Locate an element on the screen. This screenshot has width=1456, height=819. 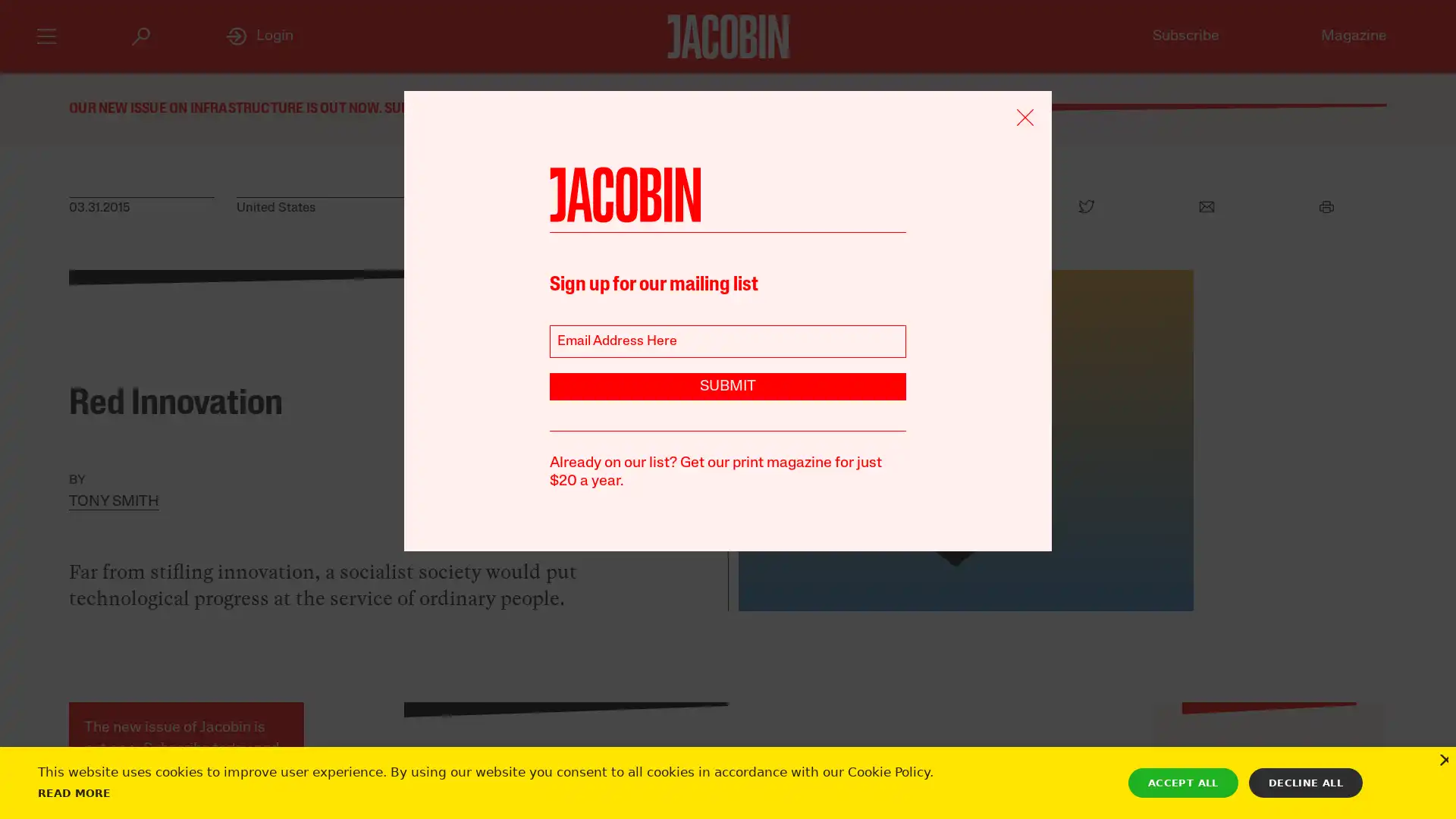
SUBMIT is located at coordinates (726, 385).